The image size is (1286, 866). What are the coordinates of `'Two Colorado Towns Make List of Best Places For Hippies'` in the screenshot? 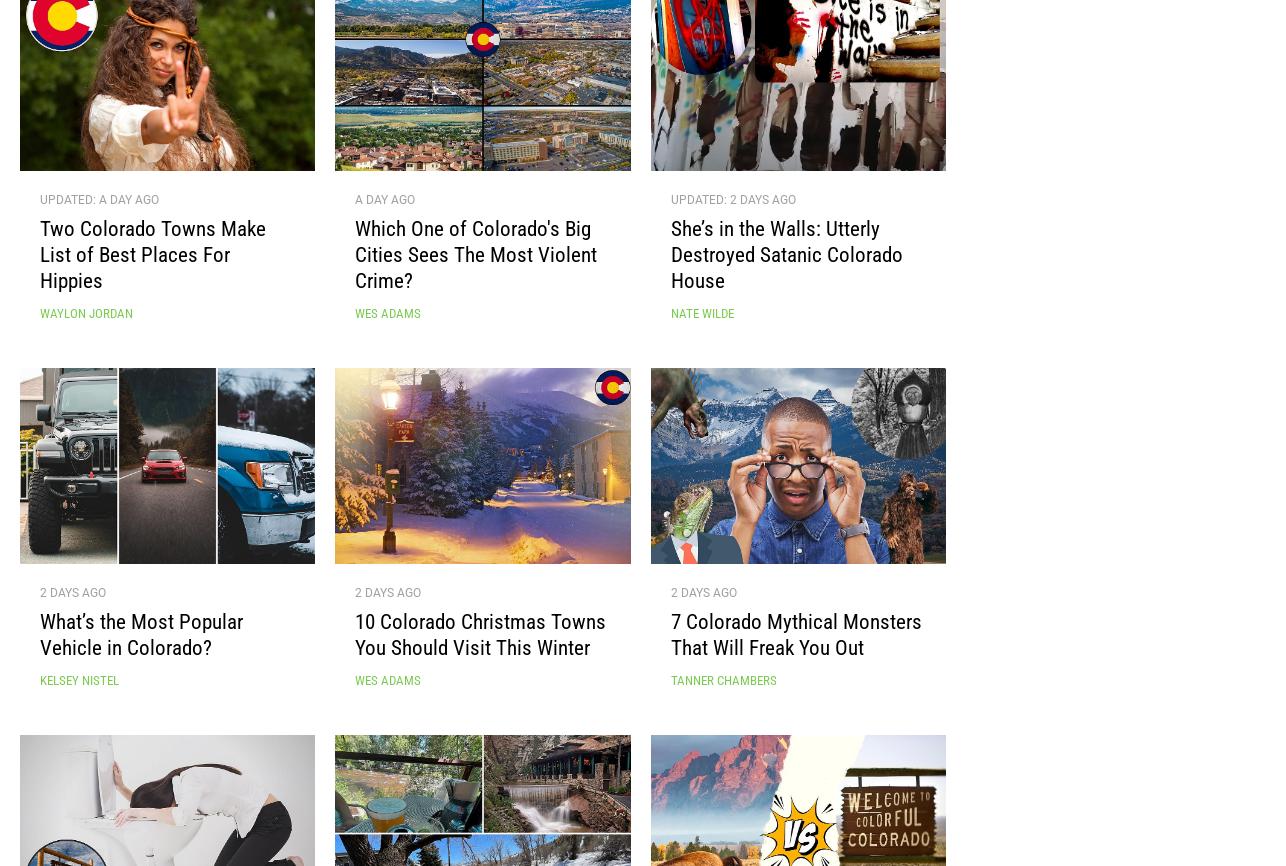 It's located at (153, 262).